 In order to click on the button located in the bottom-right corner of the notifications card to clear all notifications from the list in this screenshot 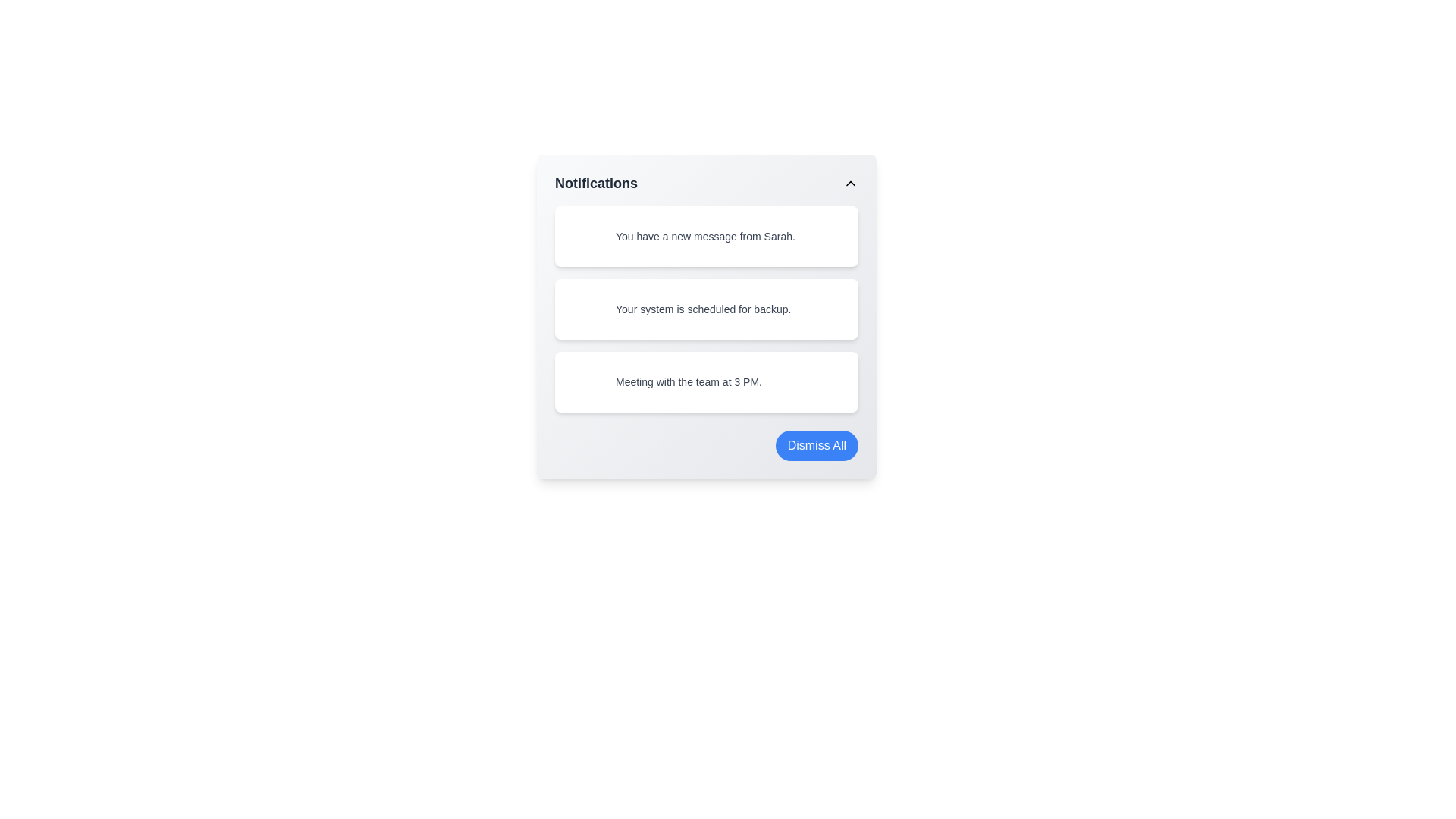, I will do `click(816, 444)`.